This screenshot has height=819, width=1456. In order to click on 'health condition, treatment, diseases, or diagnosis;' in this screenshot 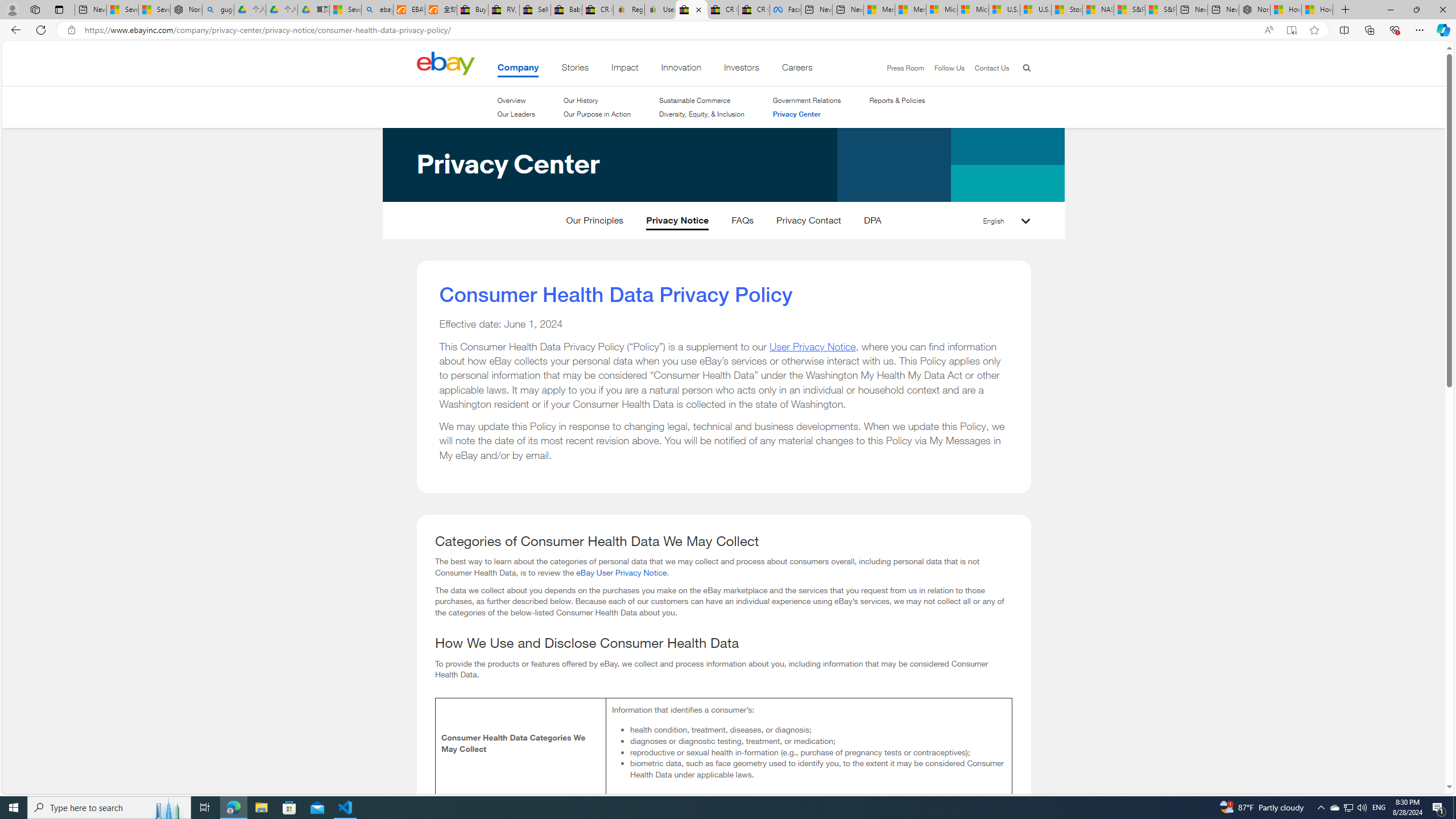, I will do `click(817, 729)`.